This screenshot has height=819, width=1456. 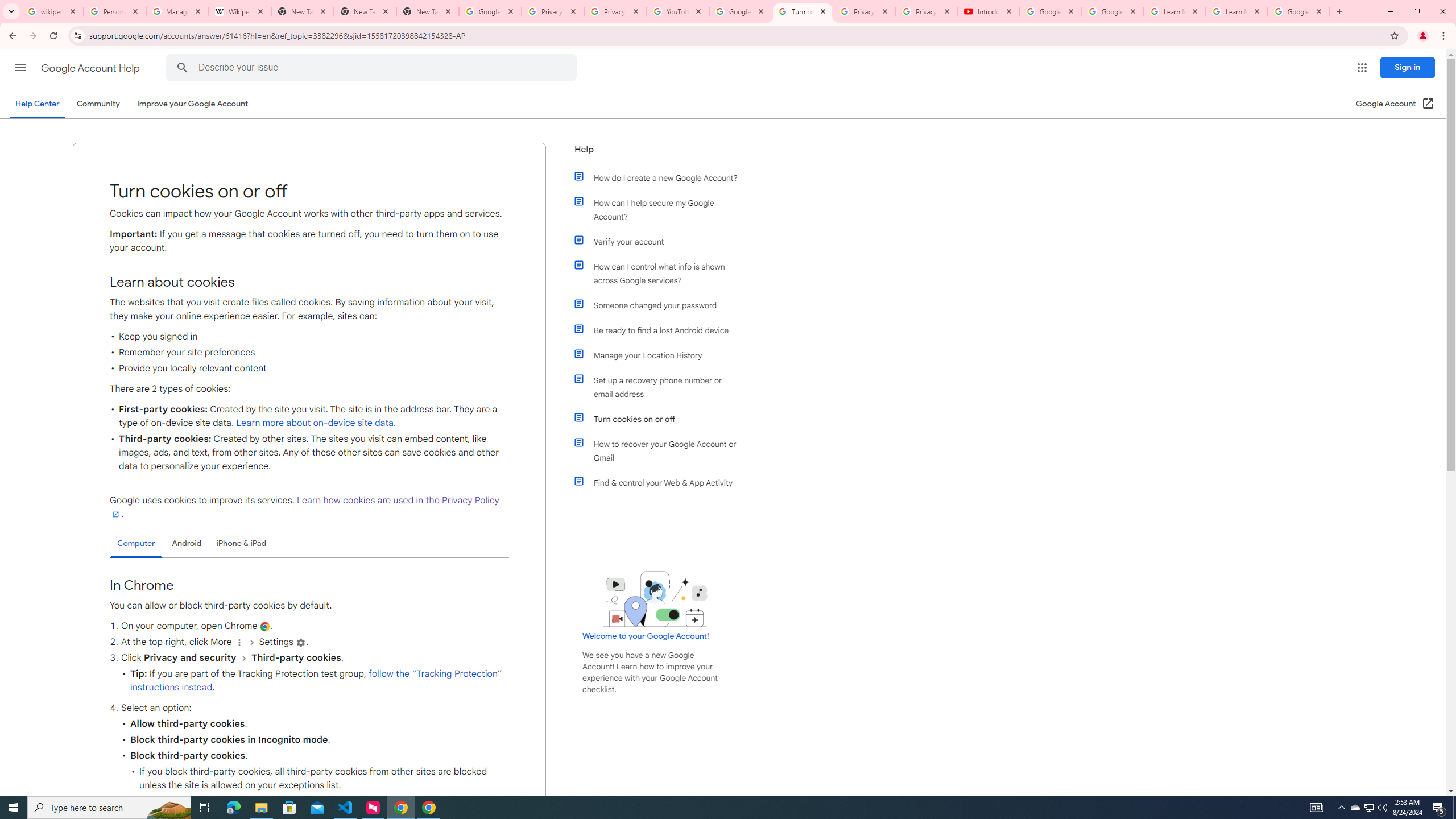 I want to click on 'Learning Center home page image', so click(x=655, y=599).